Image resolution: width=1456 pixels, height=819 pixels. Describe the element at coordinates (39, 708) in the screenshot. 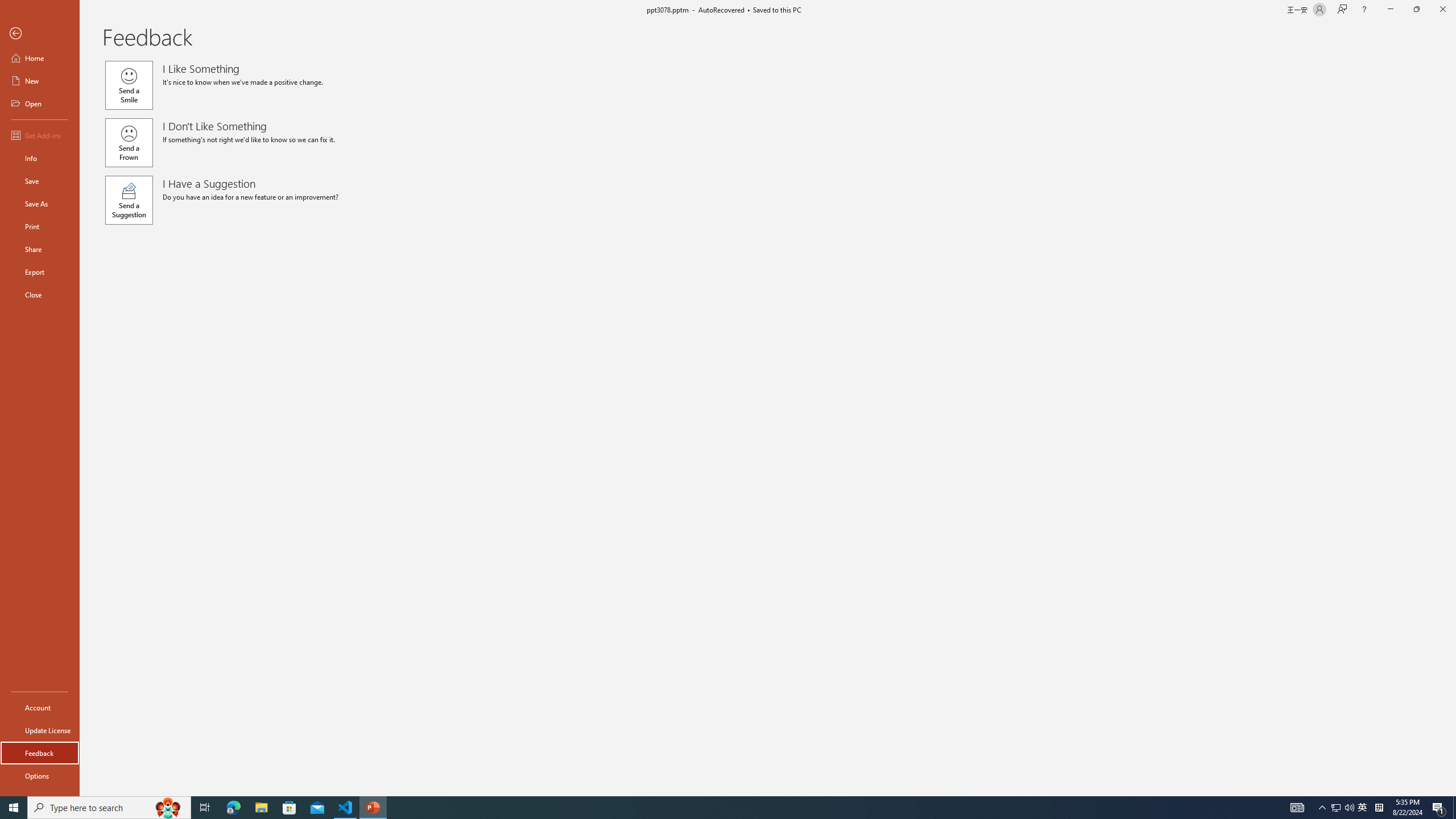

I see `'Account'` at that location.